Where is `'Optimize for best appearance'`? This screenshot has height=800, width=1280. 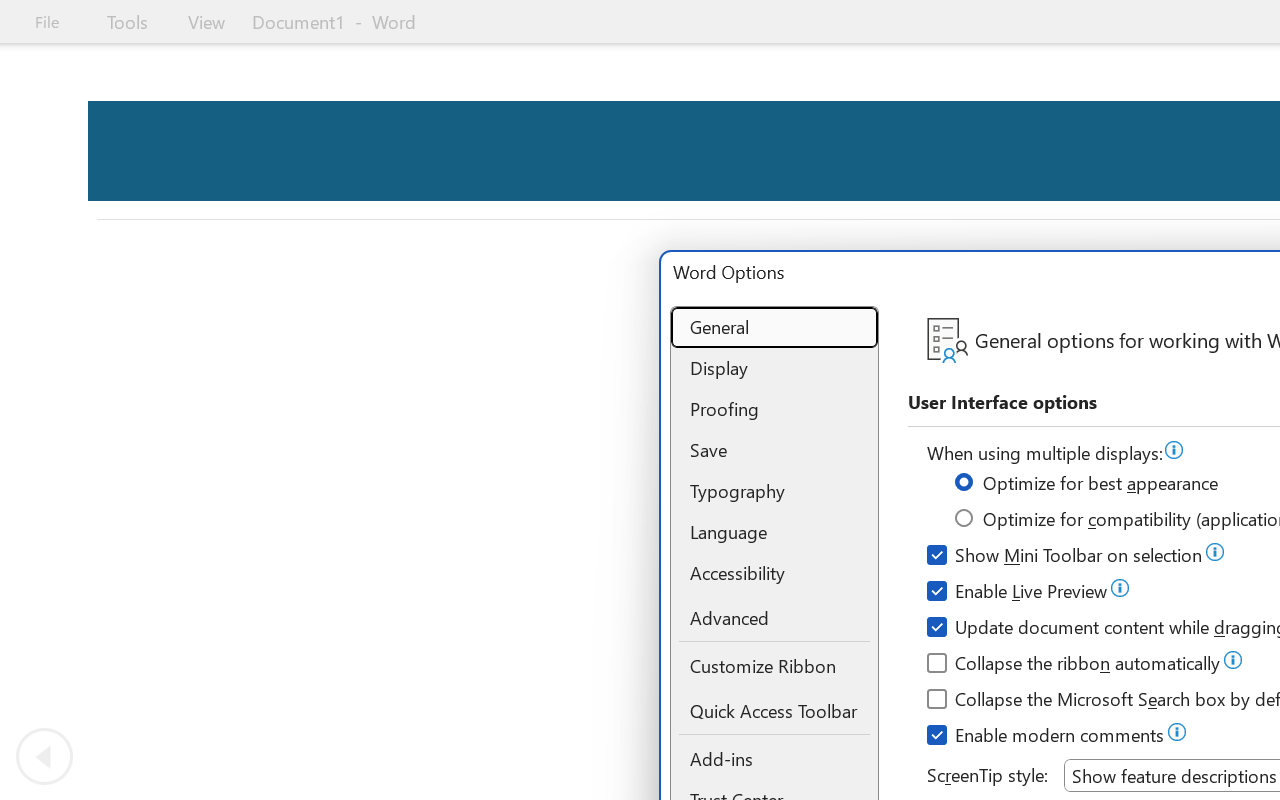 'Optimize for best appearance' is located at coordinates (1087, 486).